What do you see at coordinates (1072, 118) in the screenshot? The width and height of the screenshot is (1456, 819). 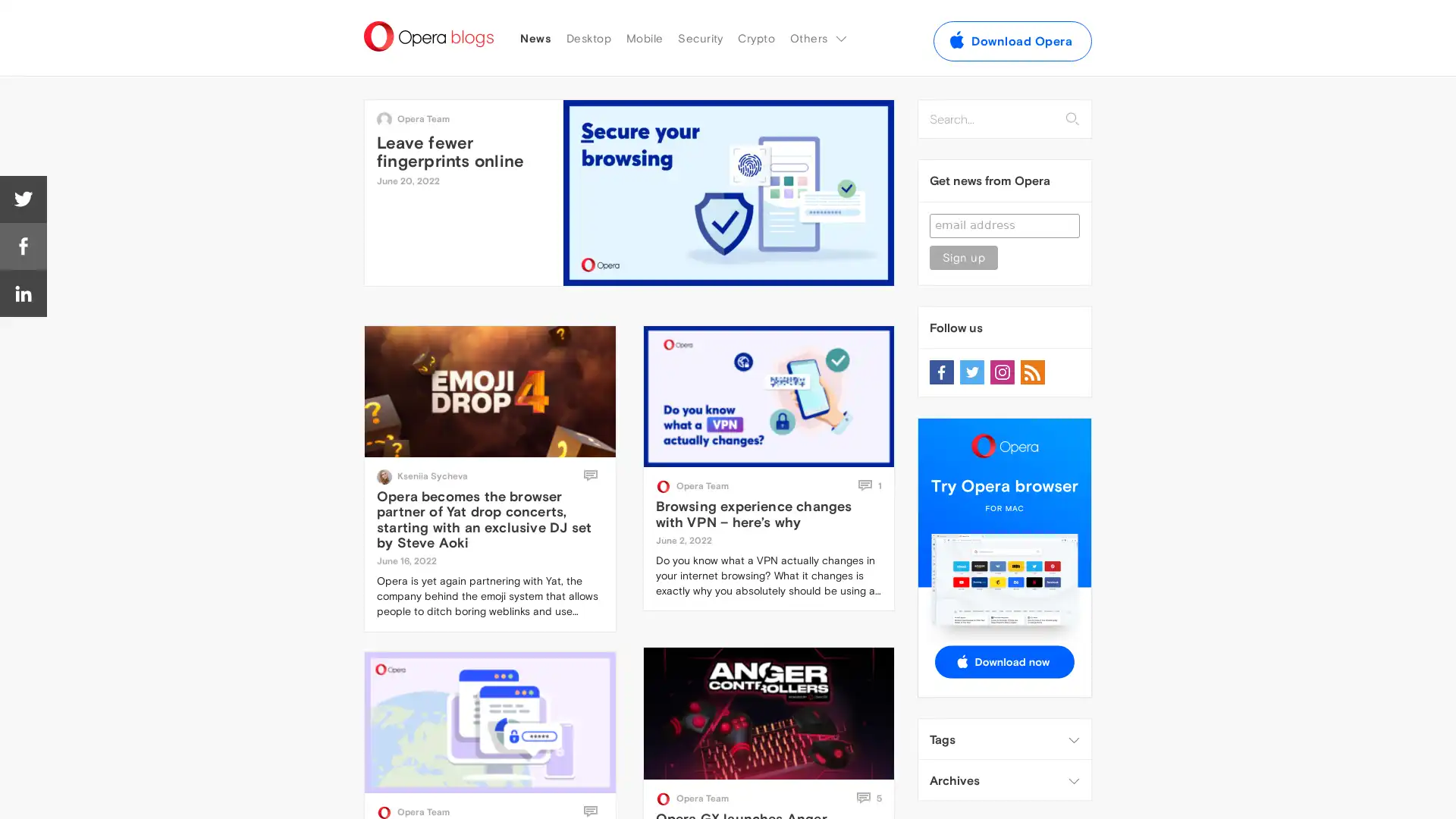 I see `Search...` at bounding box center [1072, 118].